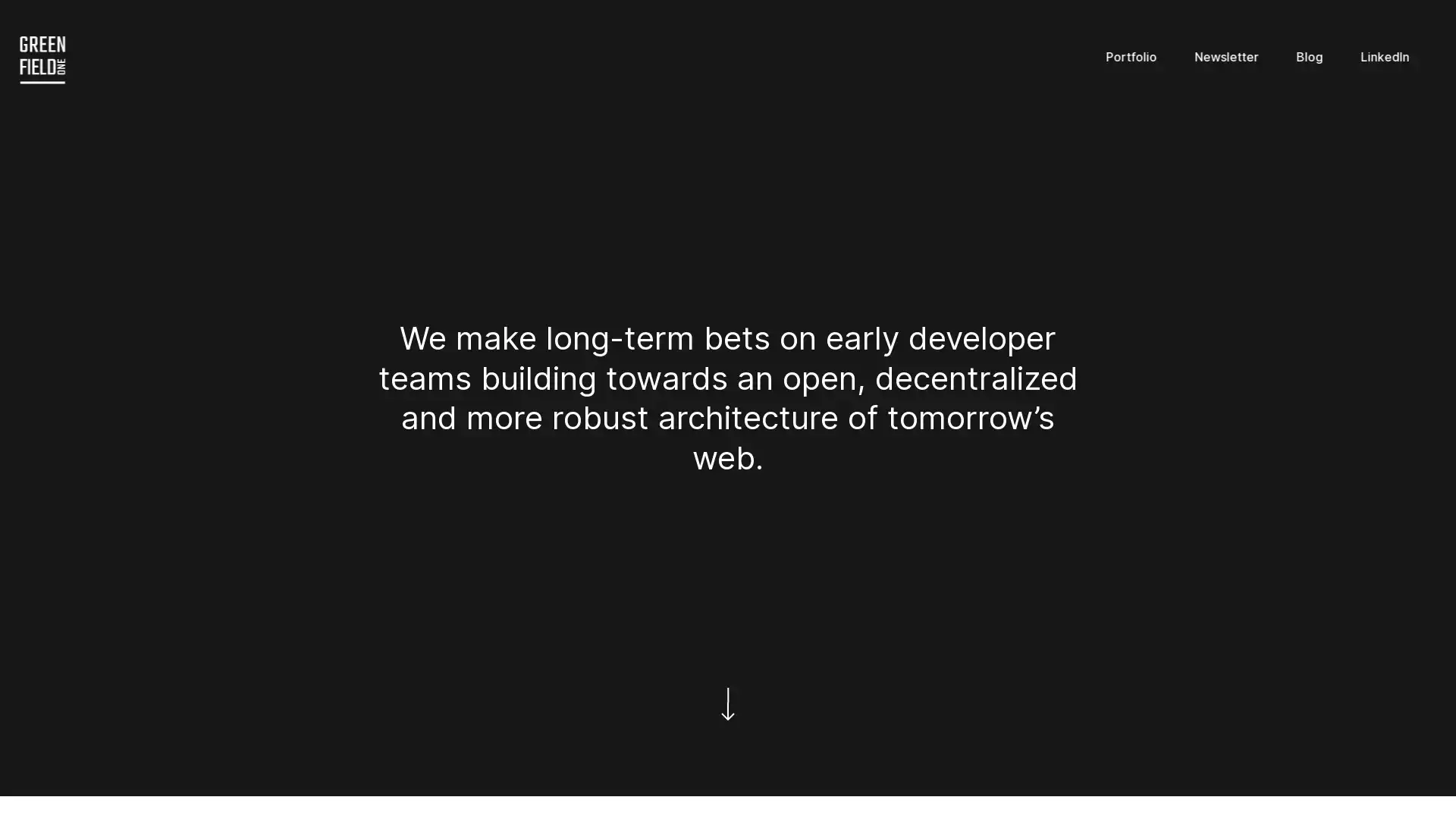 The height and width of the screenshot is (819, 1456). I want to click on Scroll down, so click(726, 704).